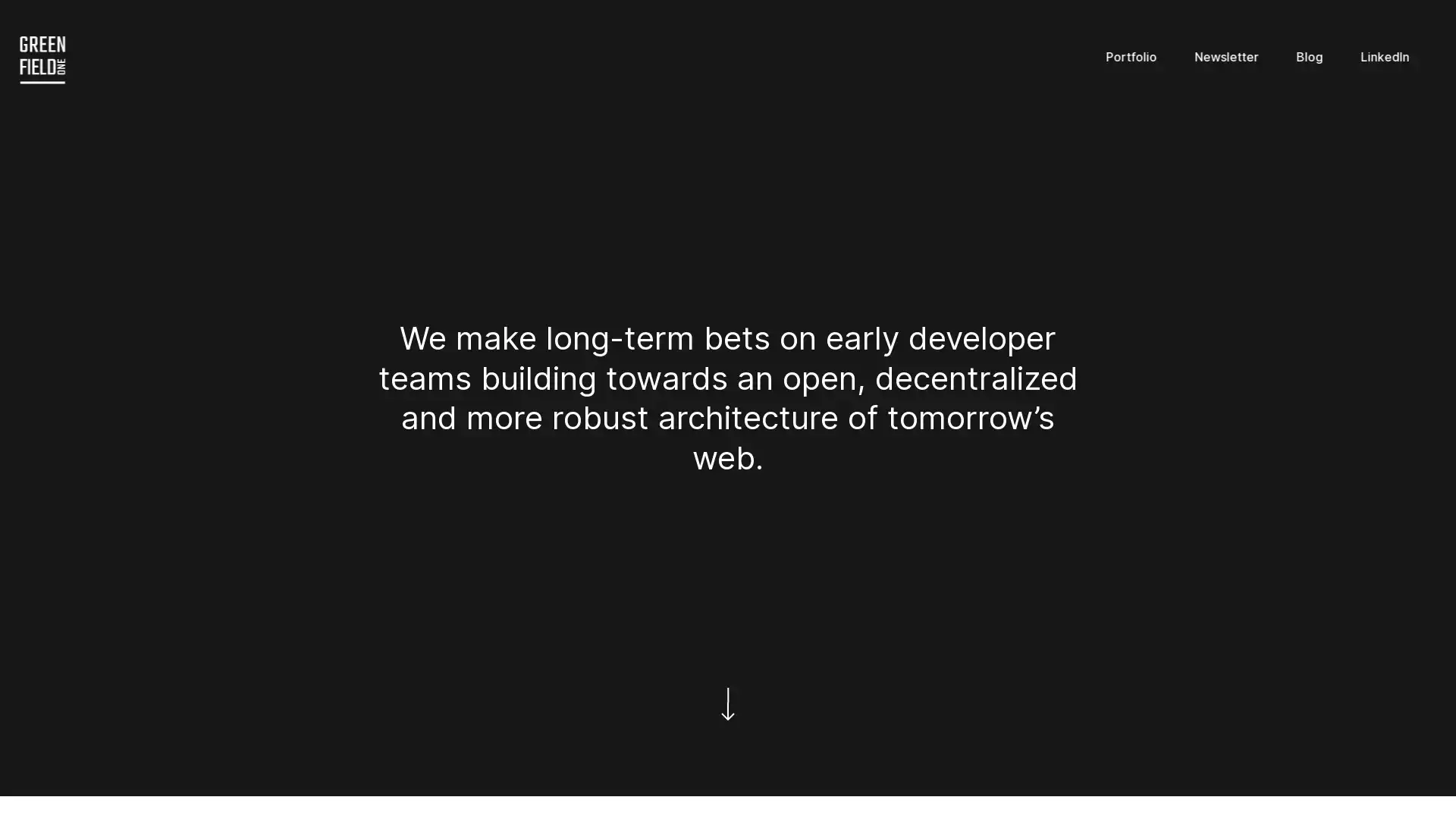 The height and width of the screenshot is (819, 1456). I want to click on Scroll down, so click(726, 704).